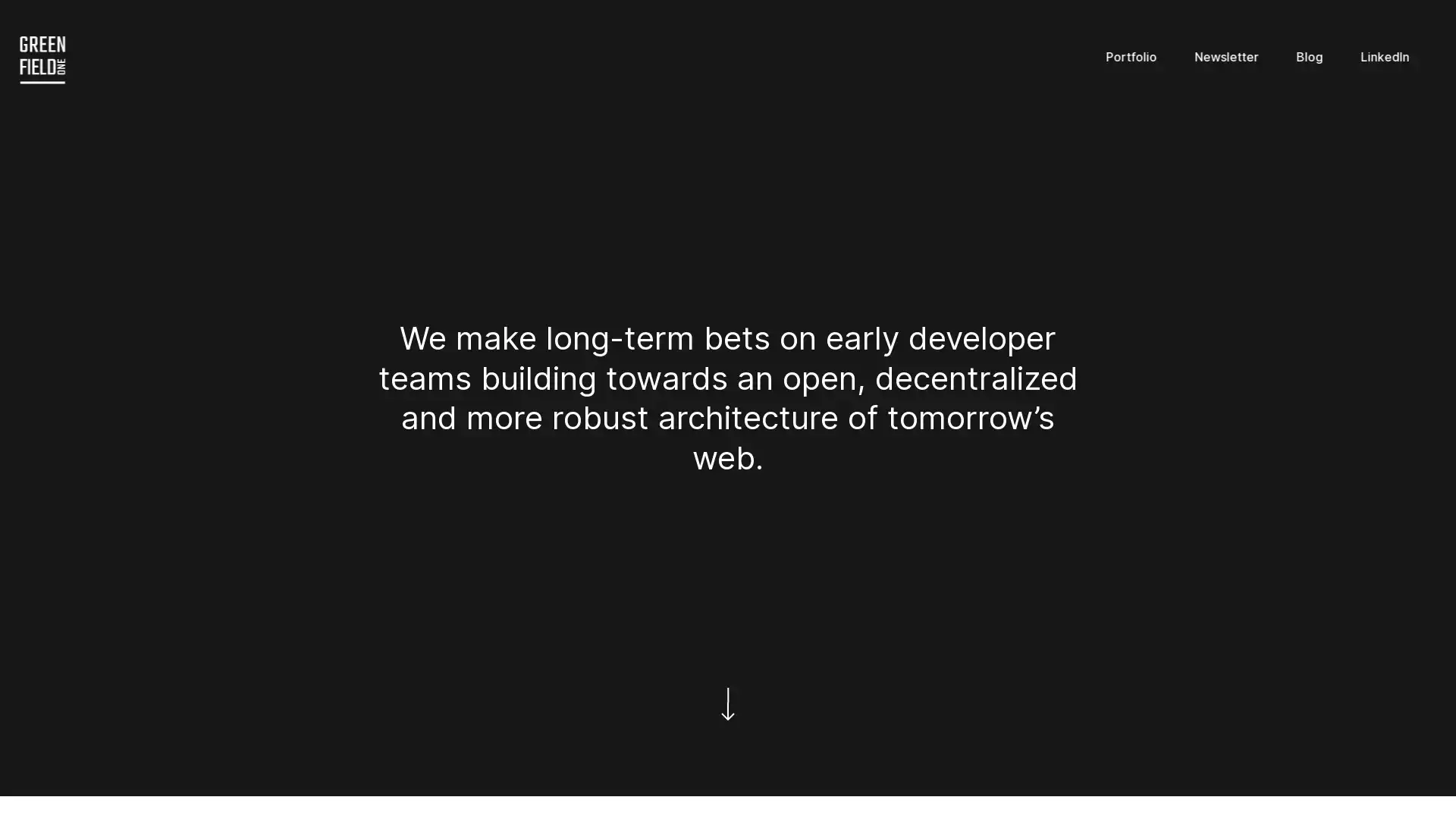 The height and width of the screenshot is (819, 1456). I want to click on Scroll down, so click(726, 704).